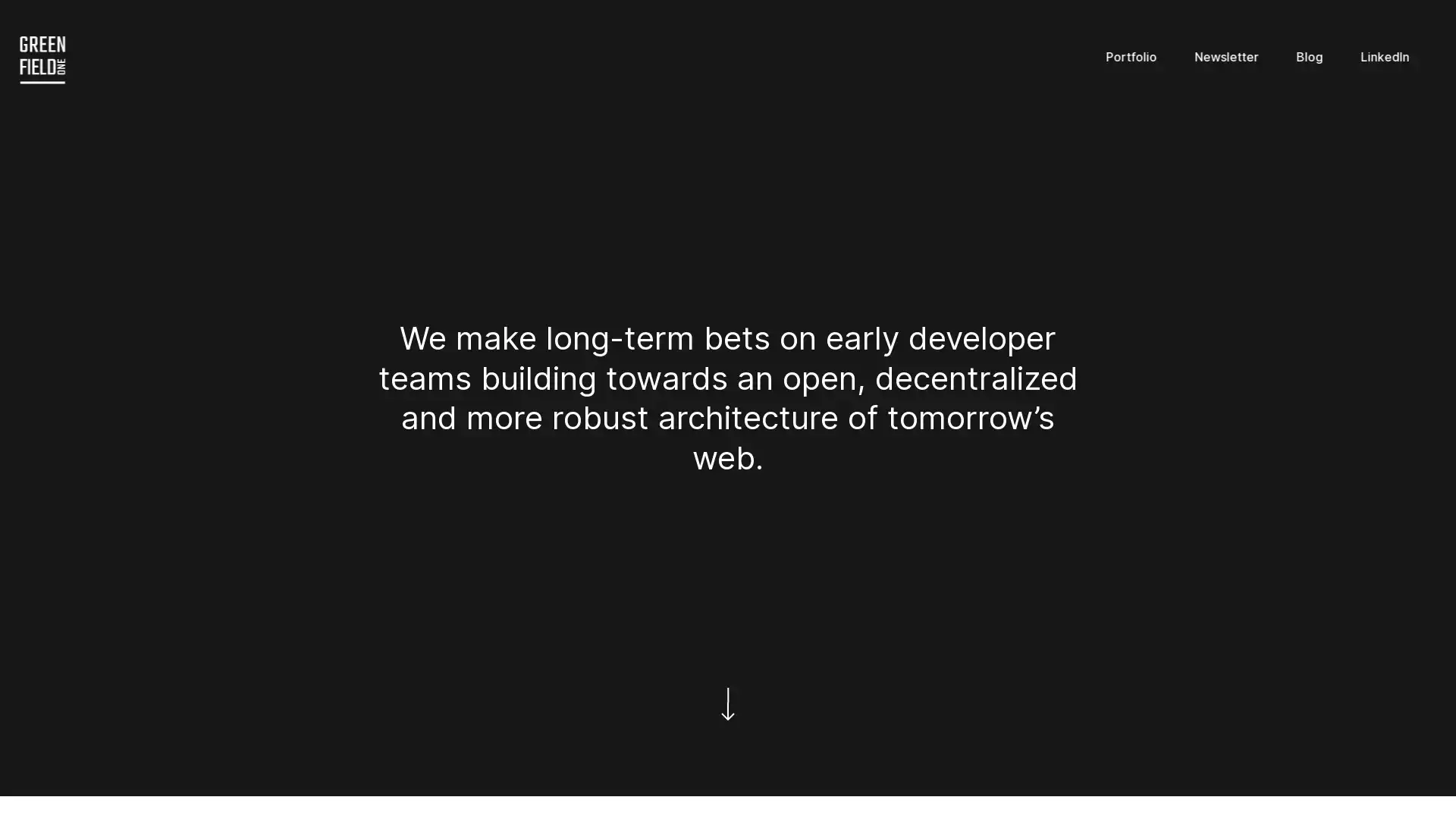 The height and width of the screenshot is (819, 1456). I want to click on Scroll down, so click(726, 704).